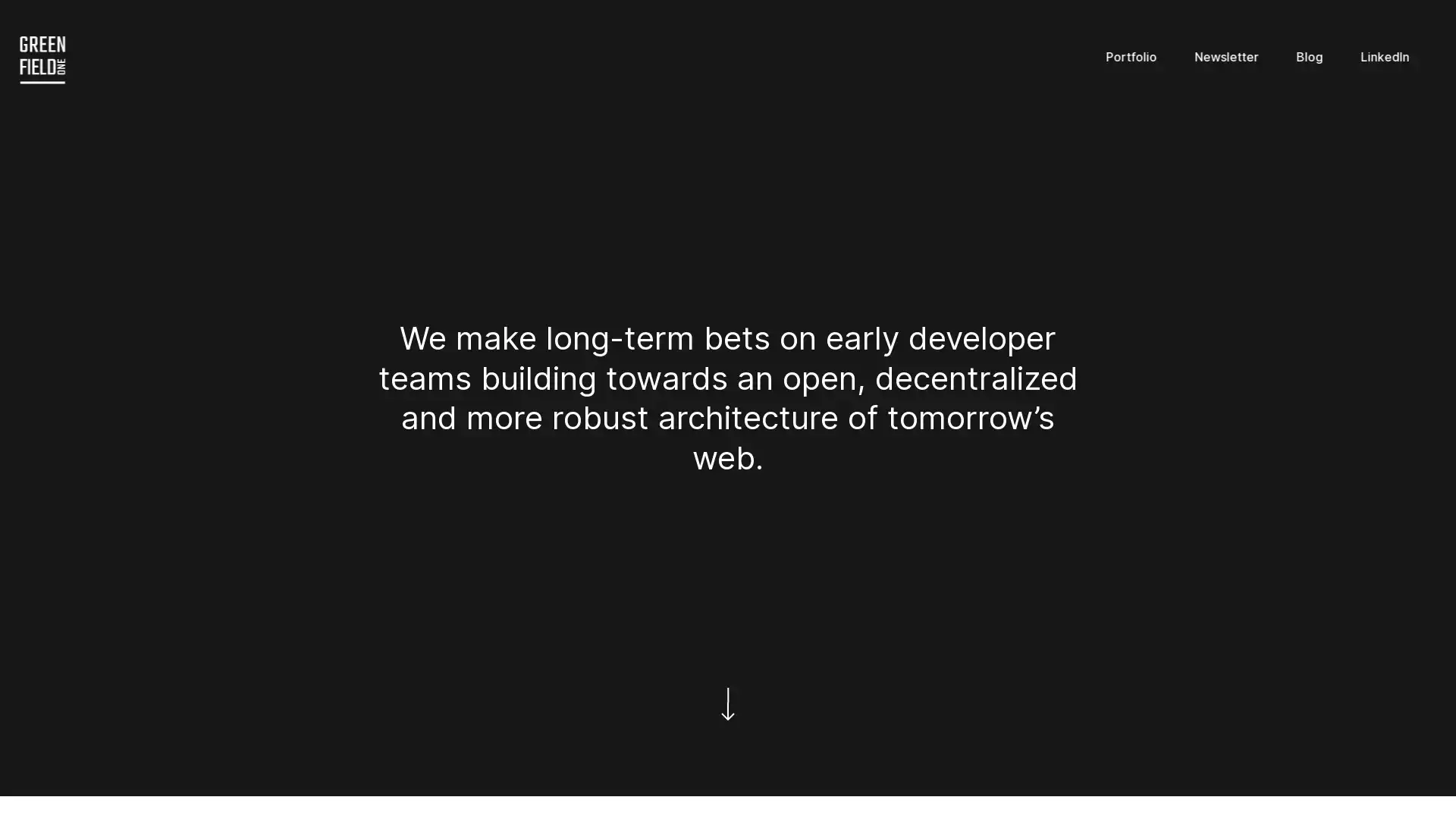 The height and width of the screenshot is (819, 1456). I want to click on Scroll down, so click(726, 704).